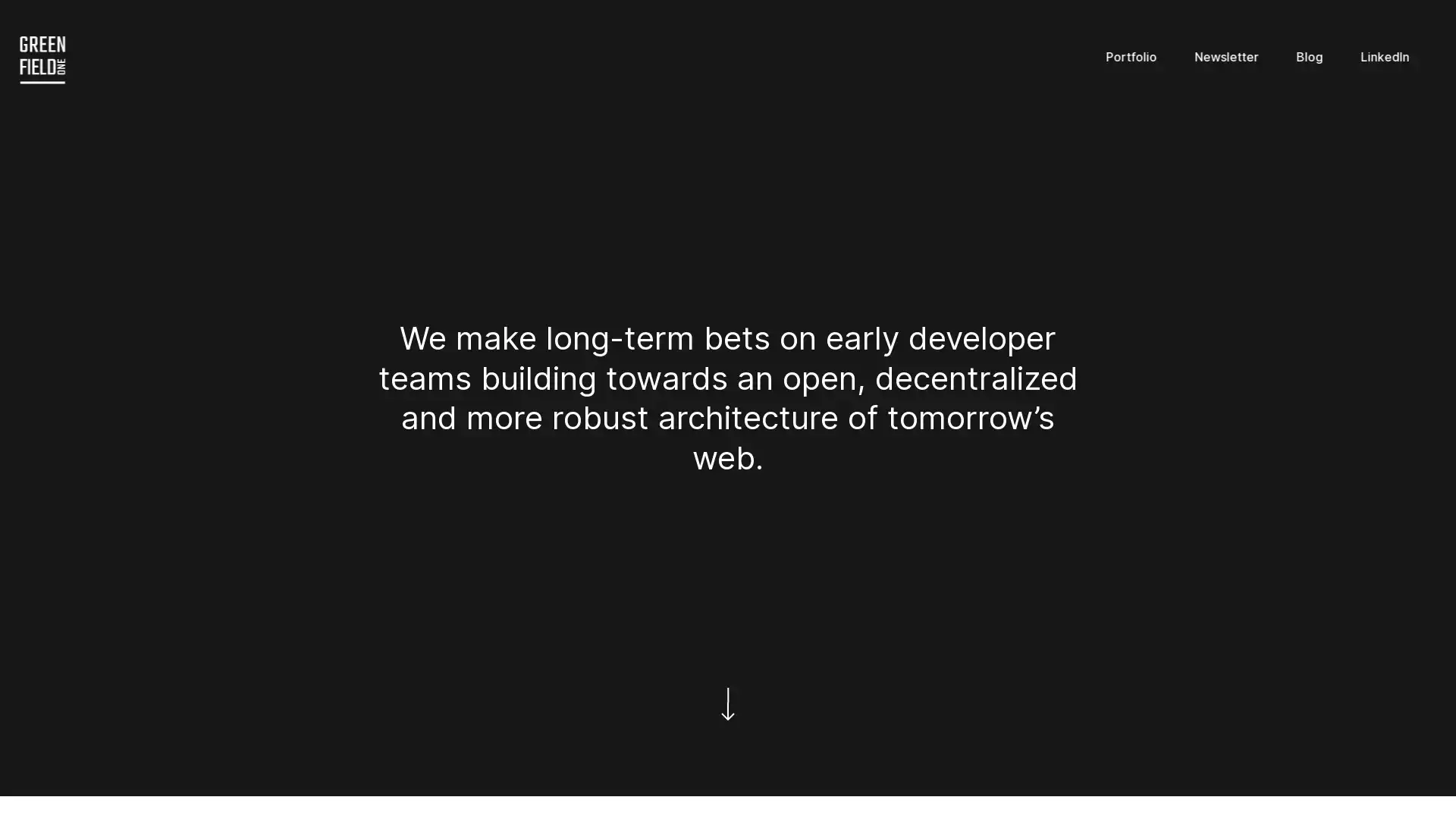 The height and width of the screenshot is (819, 1456). I want to click on Scroll down, so click(726, 704).